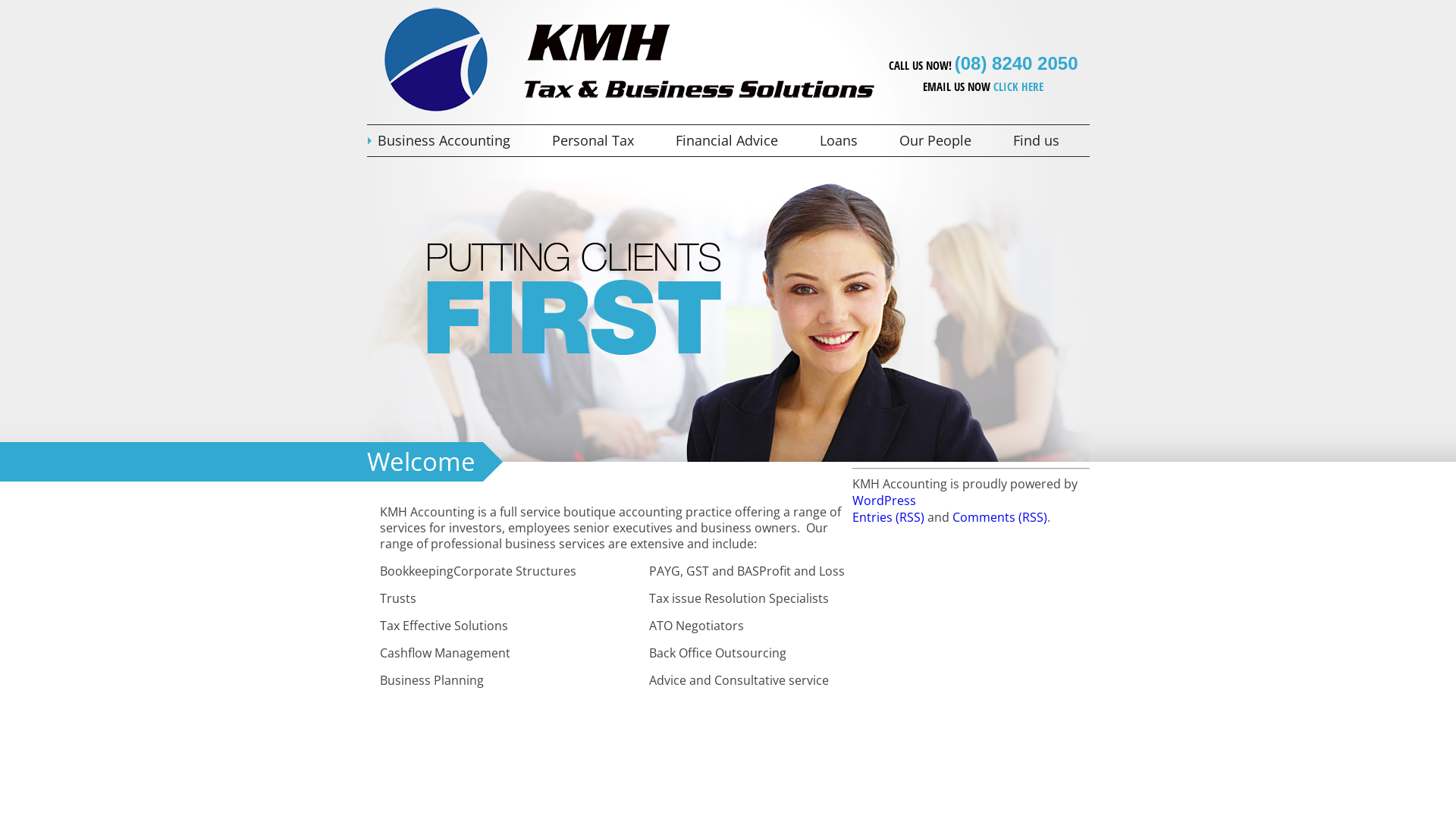 This screenshot has width=1456, height=819. I want to click on 'WordPress', so click(884, 500).